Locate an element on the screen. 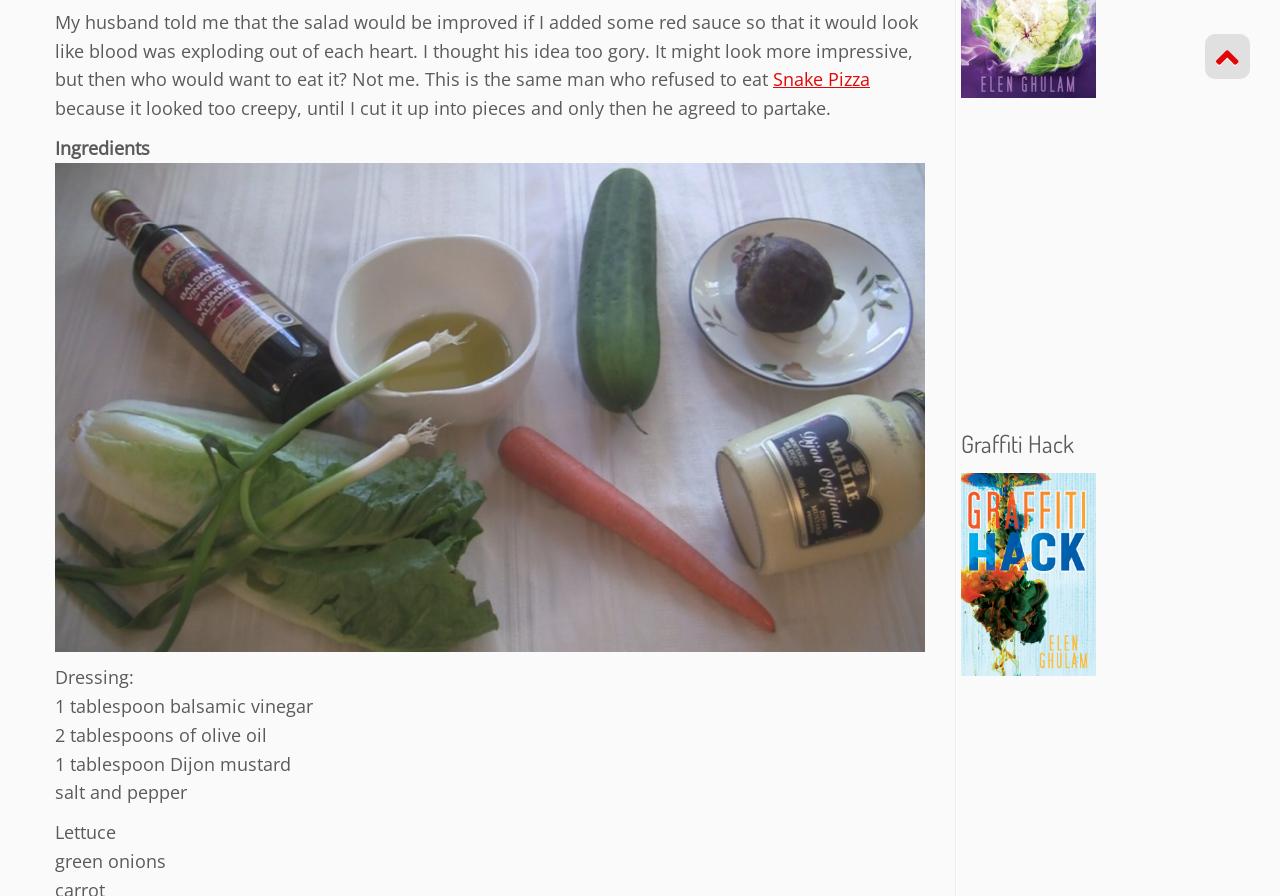 This screenshot has height=896, width=1280. '1 tablespoon balsamic vinegar' is located at coordinates (55, 704).